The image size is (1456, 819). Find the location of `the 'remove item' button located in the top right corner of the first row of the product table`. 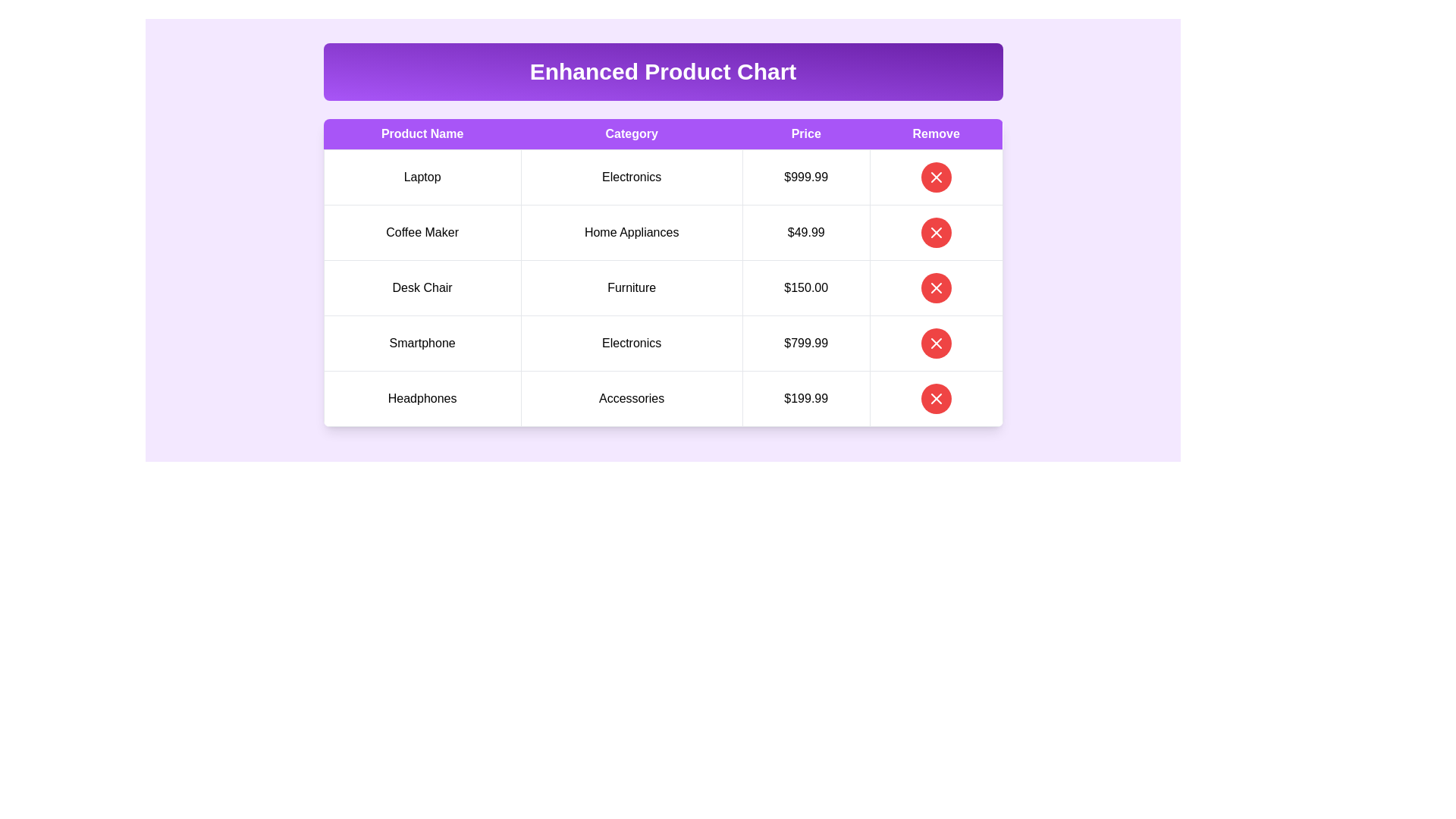

the 'remove item' button located in the top right corner of the first row of the product table is located at coordinates (935, 177).